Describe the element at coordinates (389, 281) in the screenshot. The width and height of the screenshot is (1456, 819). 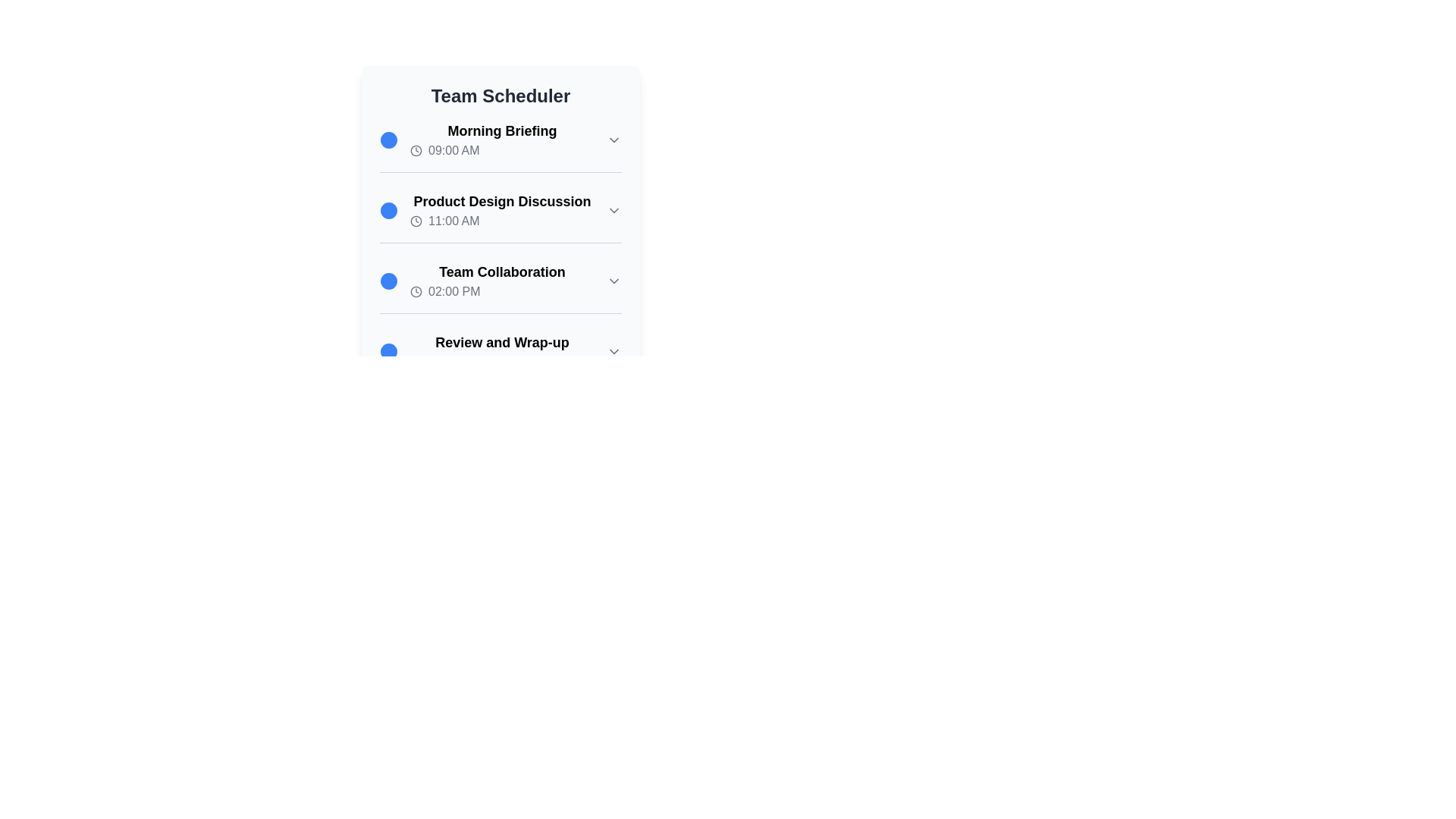
I see `the icon located to the far left of the third item in the 'Team Scheduler' list, which is associated with 'Team Collaboration' and shows the time '02:00 PM'` at that location.